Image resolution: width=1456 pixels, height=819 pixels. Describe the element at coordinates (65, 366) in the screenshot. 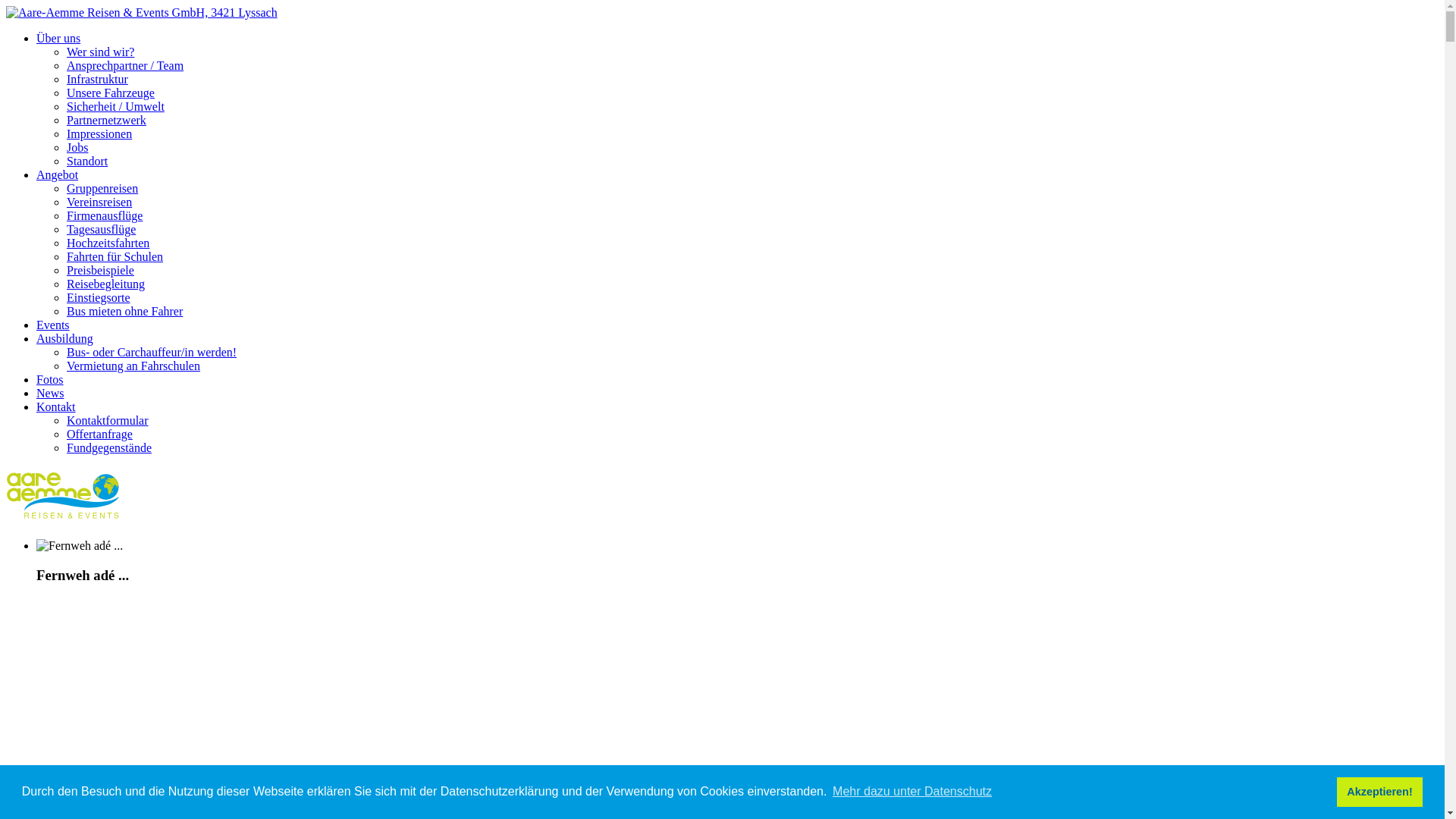

I see `'Vermietung an Fahrschulen'` at that location.